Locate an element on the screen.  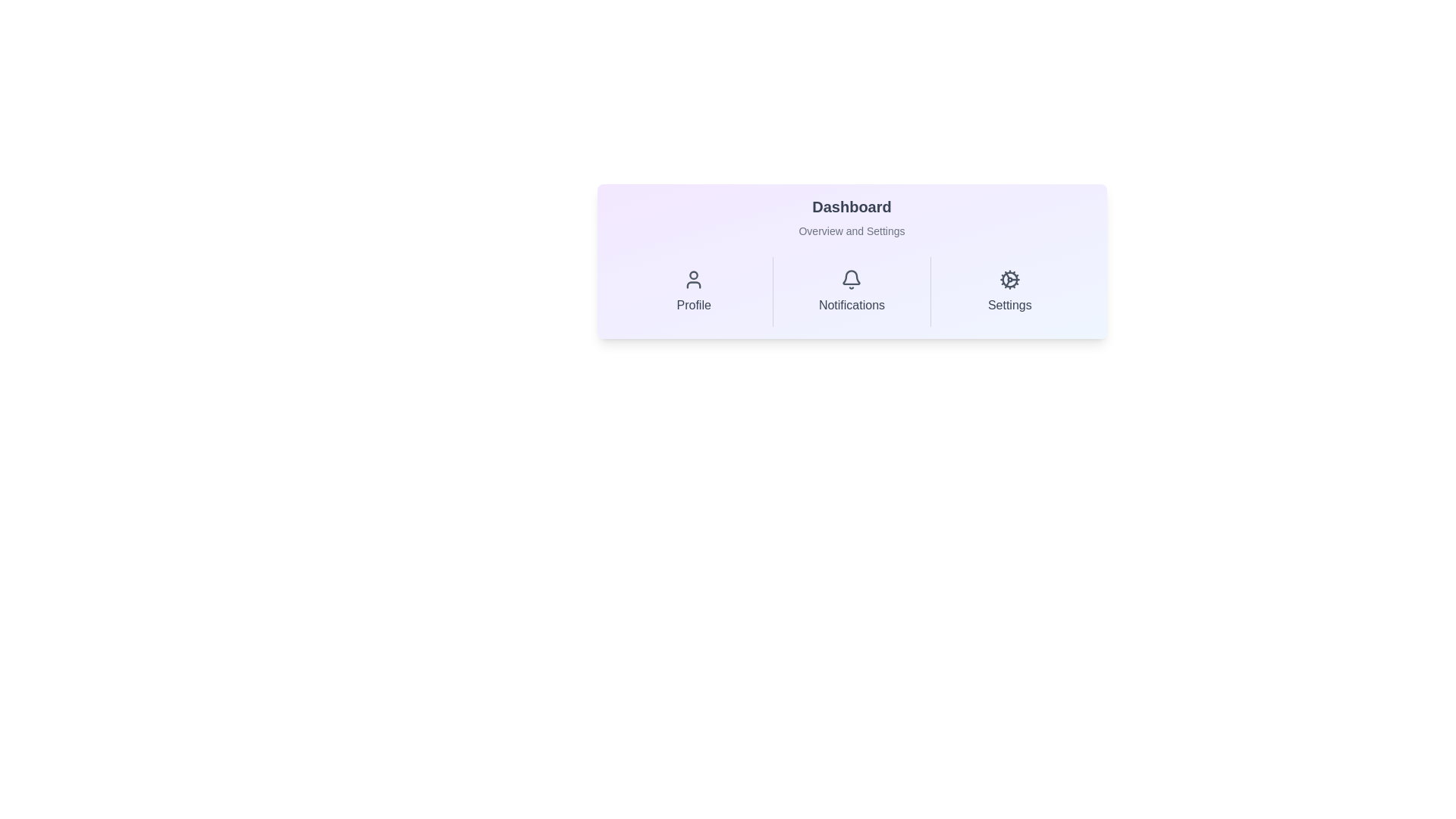
the gear icon, styled in dark gray, located in the 'Settings' section below the 'Dashboard' title is located at coordinates (1009, 280).